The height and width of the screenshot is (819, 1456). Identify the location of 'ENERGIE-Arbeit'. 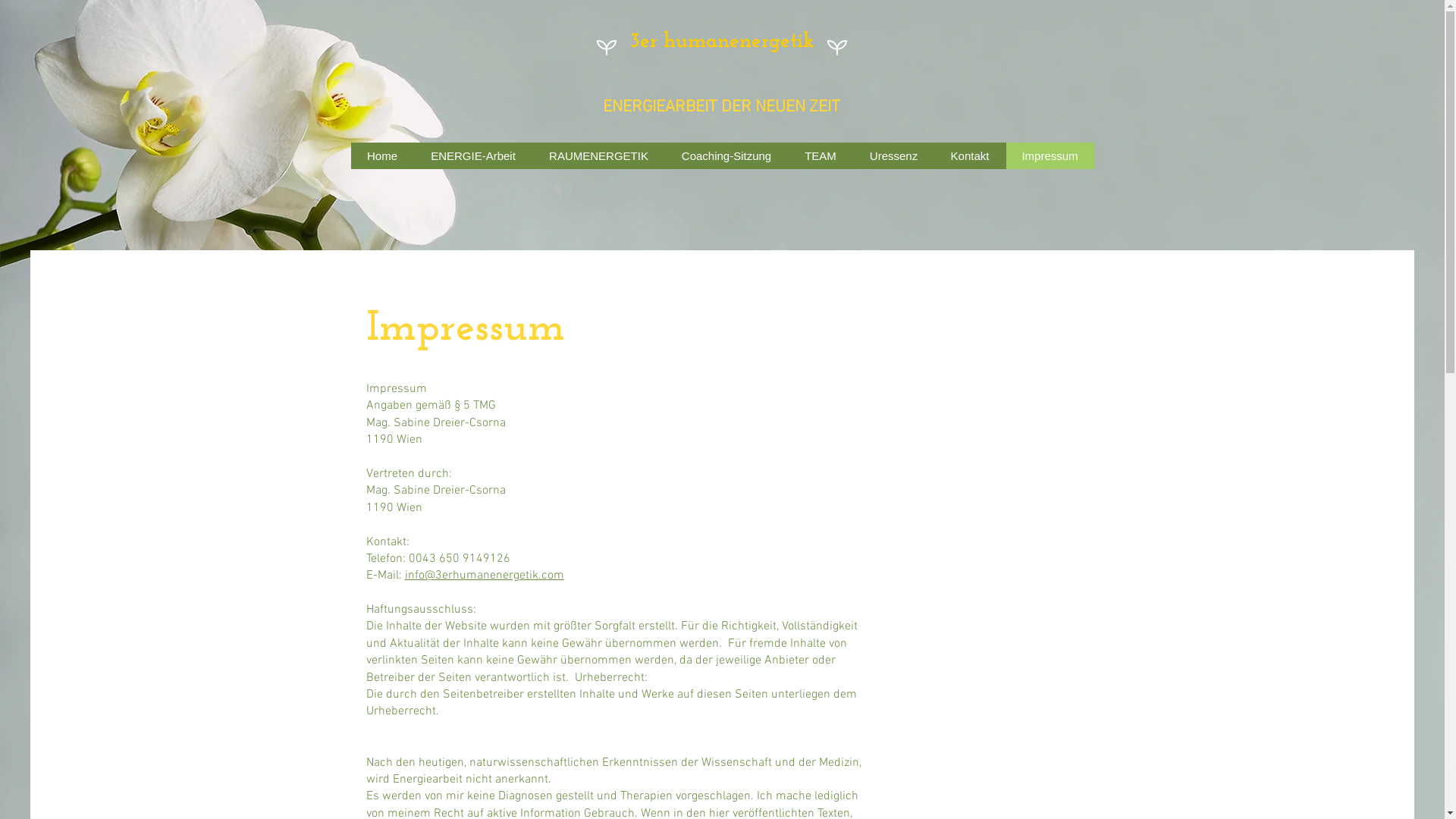
(472, 155).